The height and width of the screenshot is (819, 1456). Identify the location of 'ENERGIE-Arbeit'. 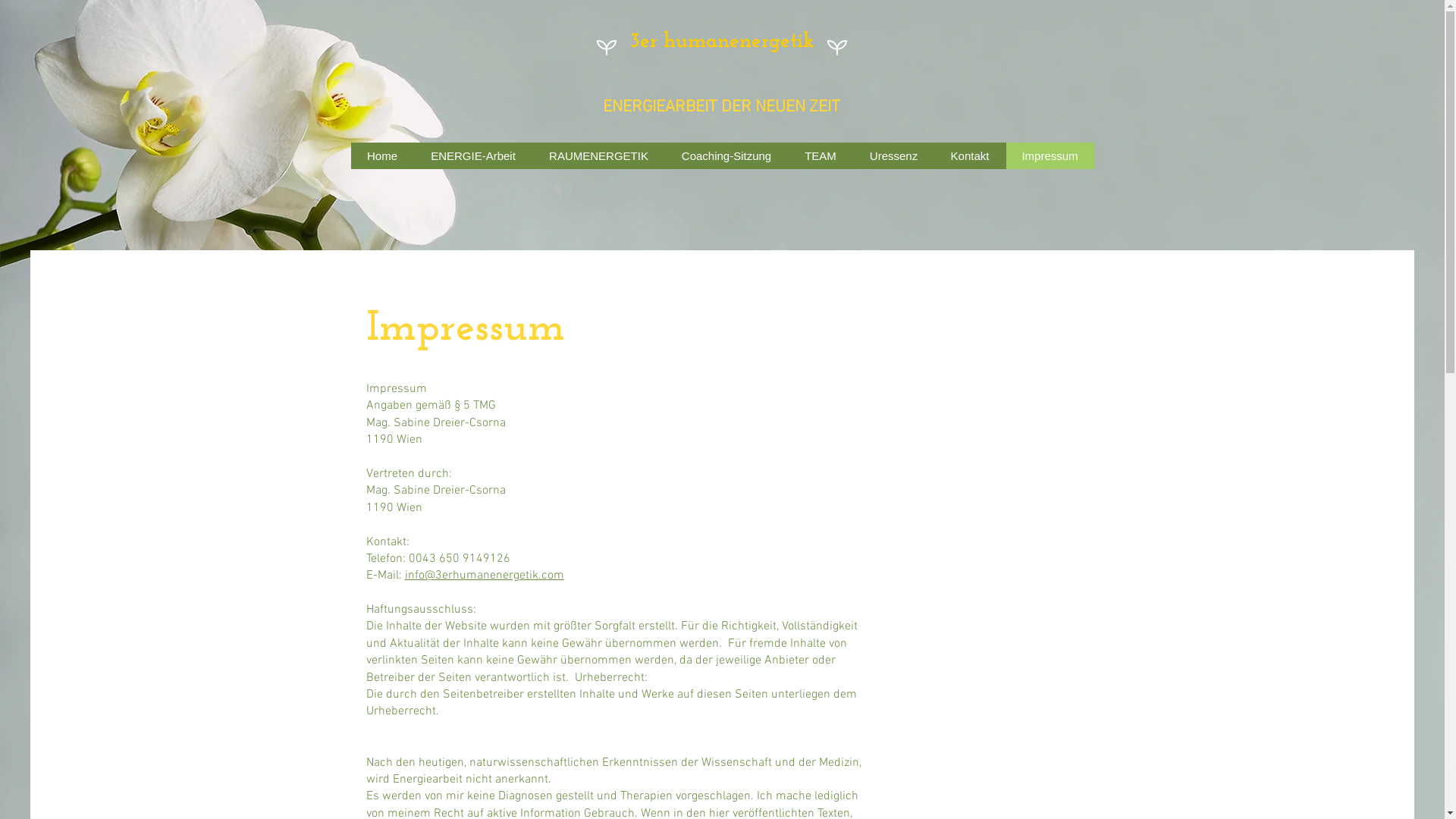
(472, 155).